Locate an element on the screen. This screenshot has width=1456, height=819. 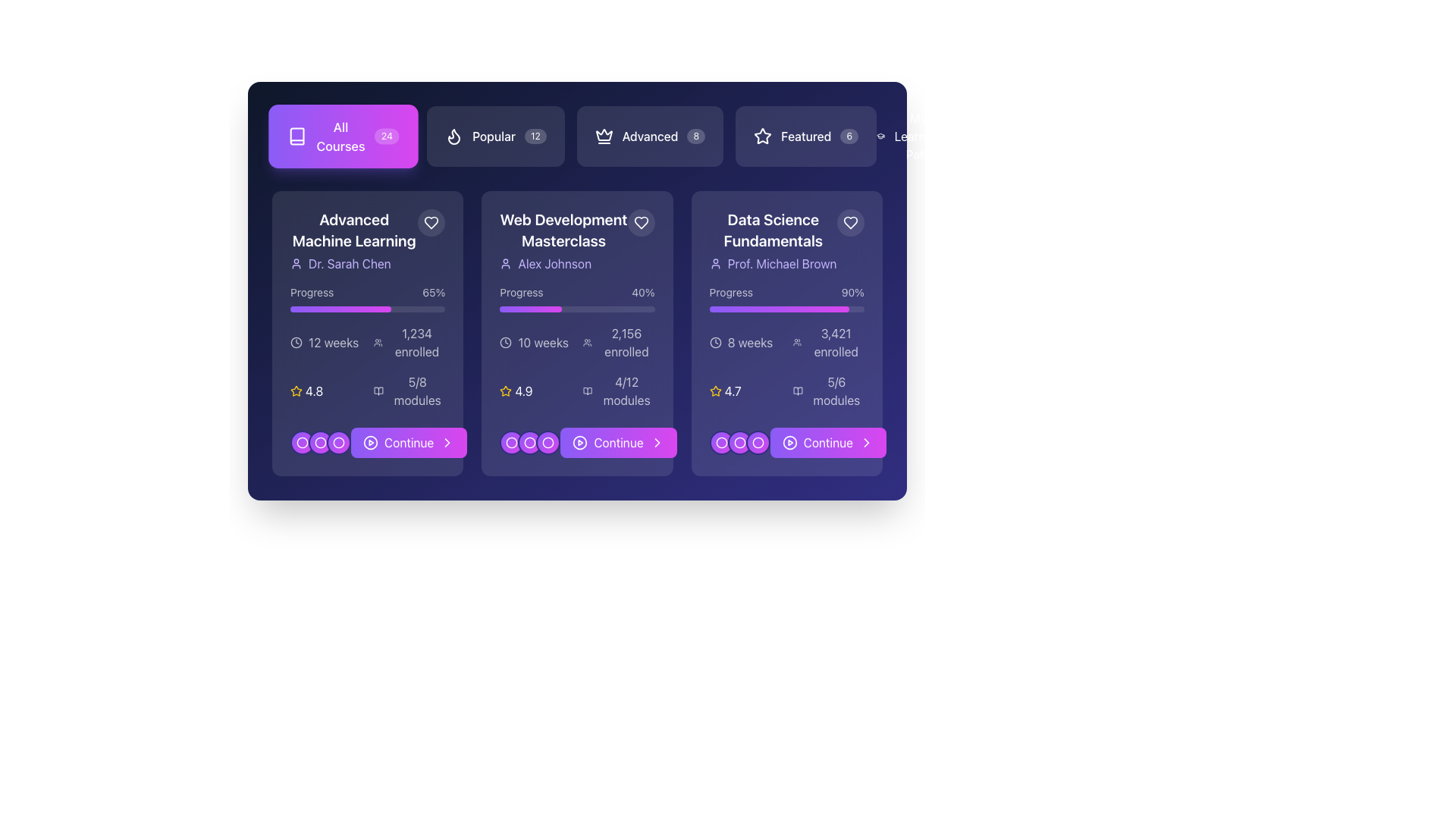
the main circular element of the clock icon in the 'Web Development Masterclass' section is located at coordinates (506, 342).